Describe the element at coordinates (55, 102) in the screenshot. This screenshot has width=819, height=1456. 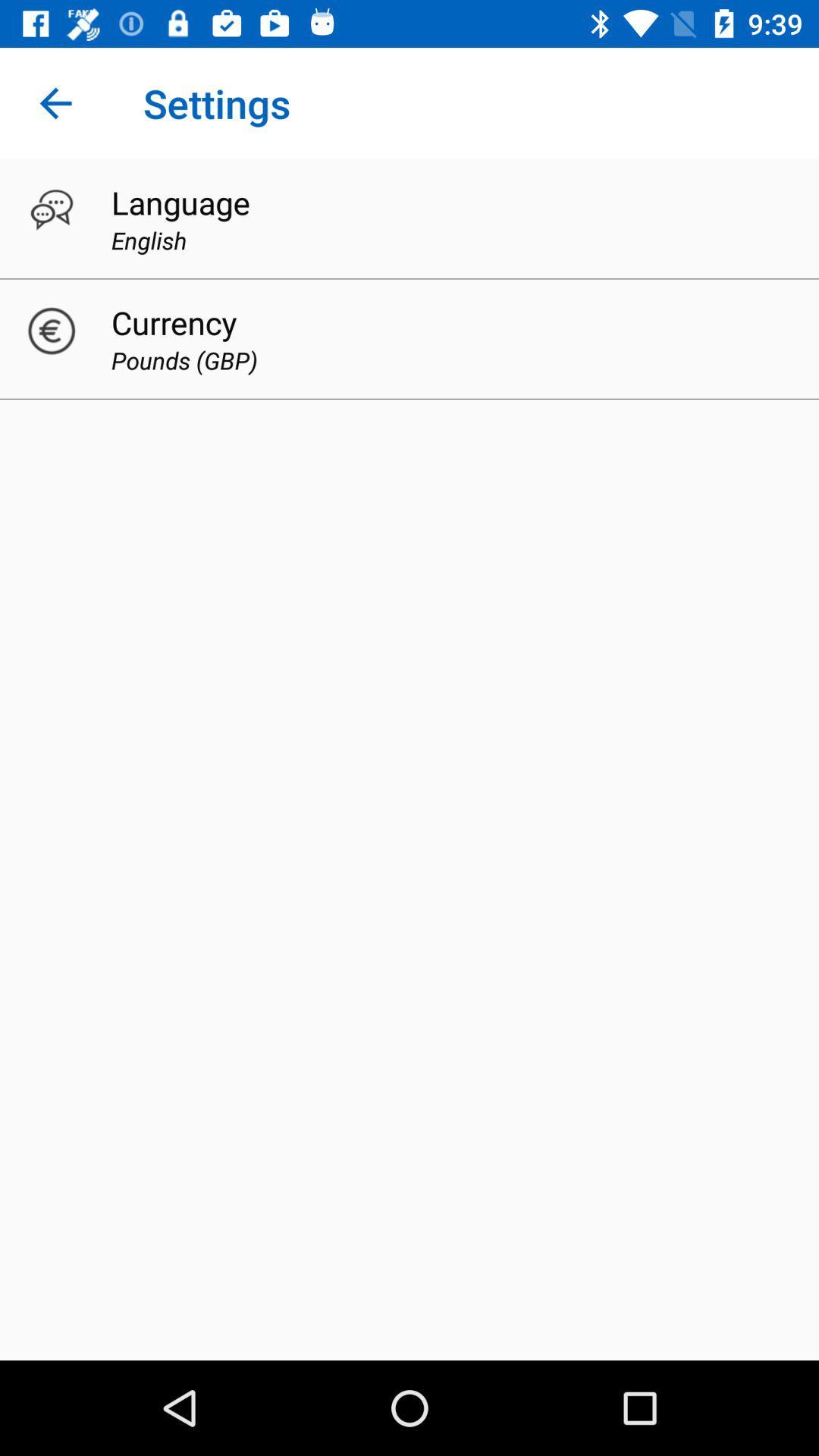
I see `the item to the left of the settings app` at that location.